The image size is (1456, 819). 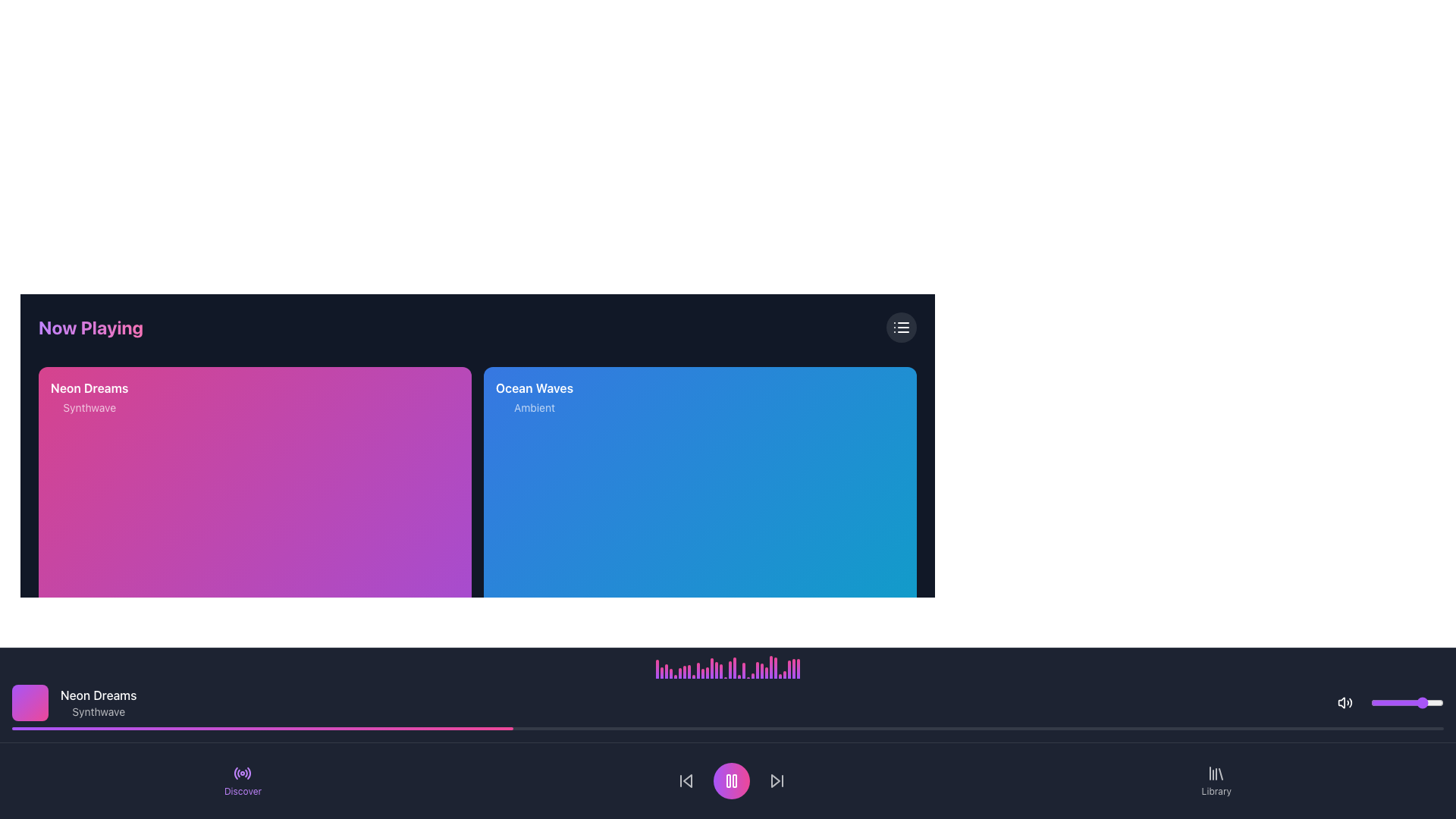 What do you see at coordinates (1341, 702) in the screenshot?
I see `the speaker icon located in the bottom-right corner of the interface within the control toolbar for volume management` at bounding box center [1341, 702].